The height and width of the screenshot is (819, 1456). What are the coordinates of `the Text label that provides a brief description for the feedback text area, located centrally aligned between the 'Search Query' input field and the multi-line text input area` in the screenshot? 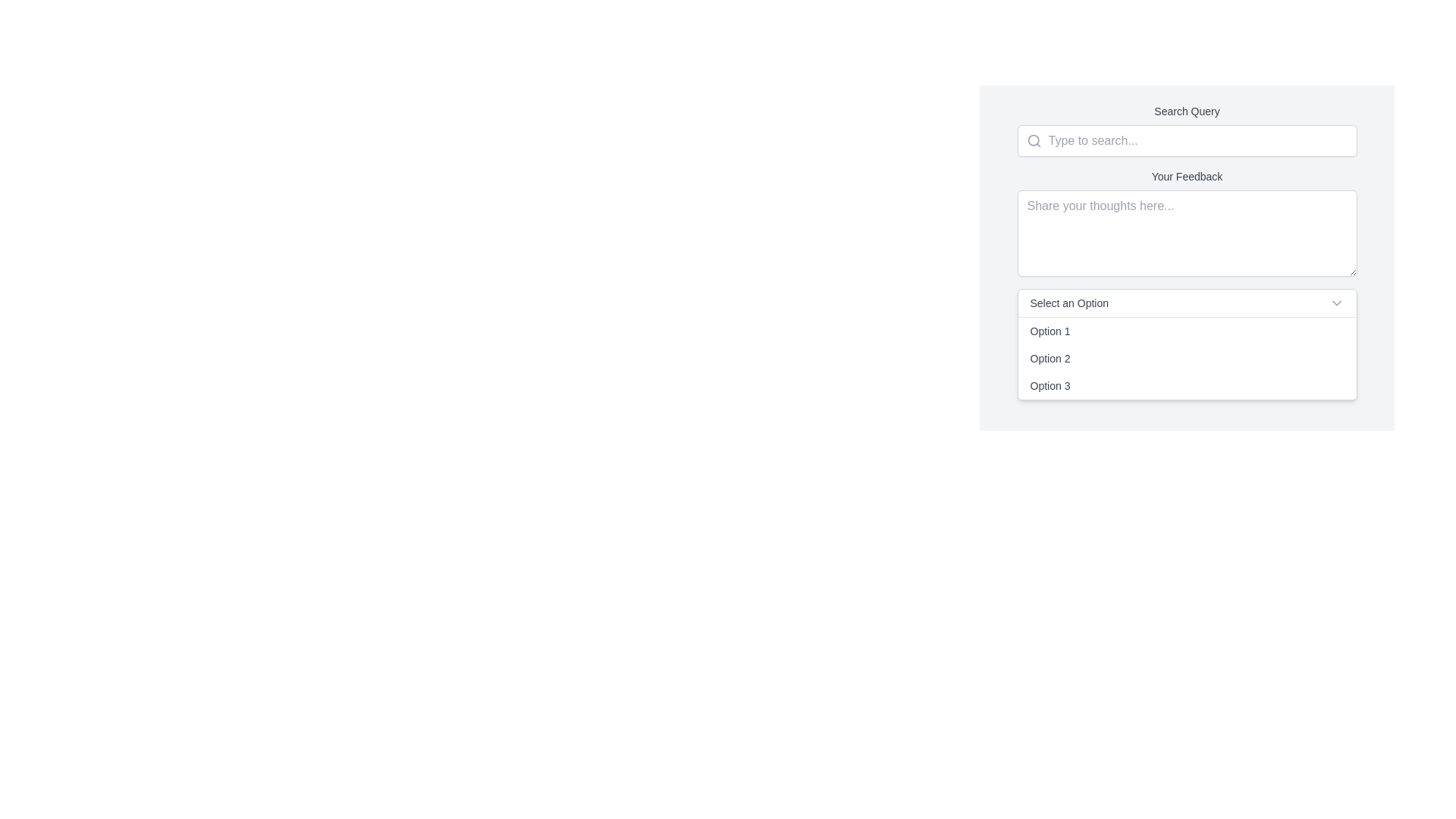 It's located at (1186, 175).